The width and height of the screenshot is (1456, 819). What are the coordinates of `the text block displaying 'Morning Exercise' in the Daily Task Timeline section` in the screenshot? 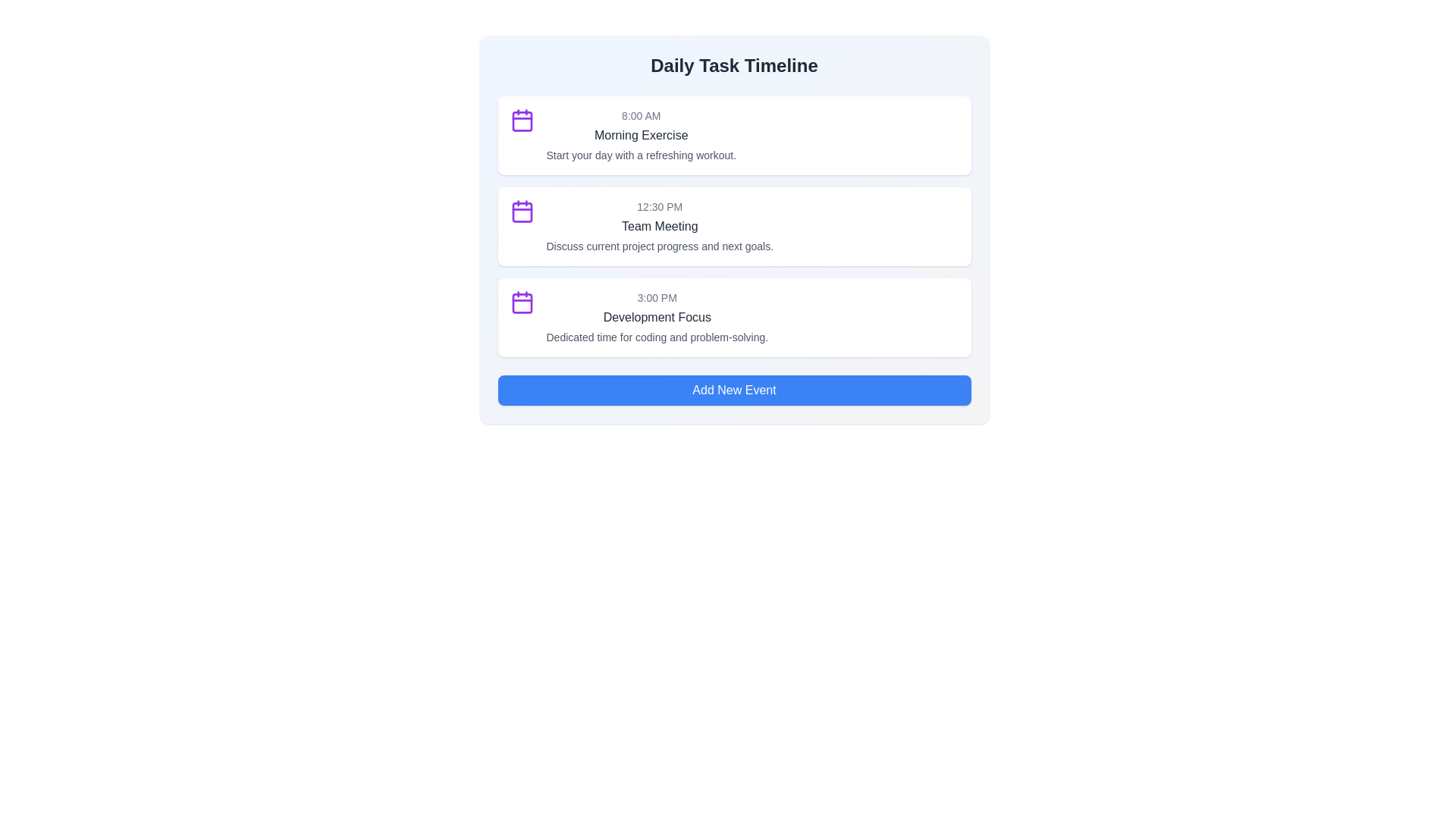 It's located at (641, 134).